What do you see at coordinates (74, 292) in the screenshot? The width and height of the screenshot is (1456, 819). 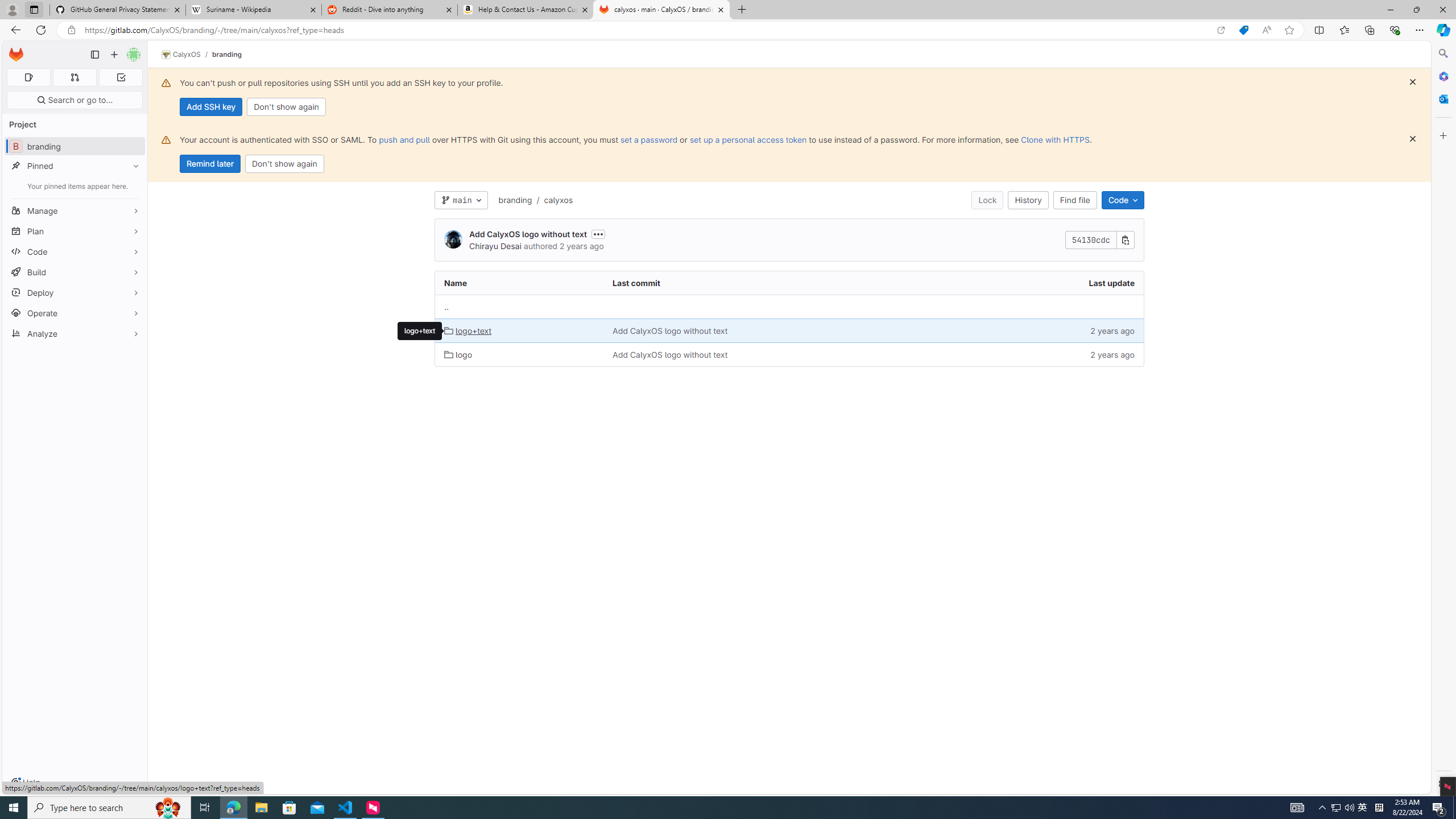 I see `'Deploy'` at bounding box center [74, 292].